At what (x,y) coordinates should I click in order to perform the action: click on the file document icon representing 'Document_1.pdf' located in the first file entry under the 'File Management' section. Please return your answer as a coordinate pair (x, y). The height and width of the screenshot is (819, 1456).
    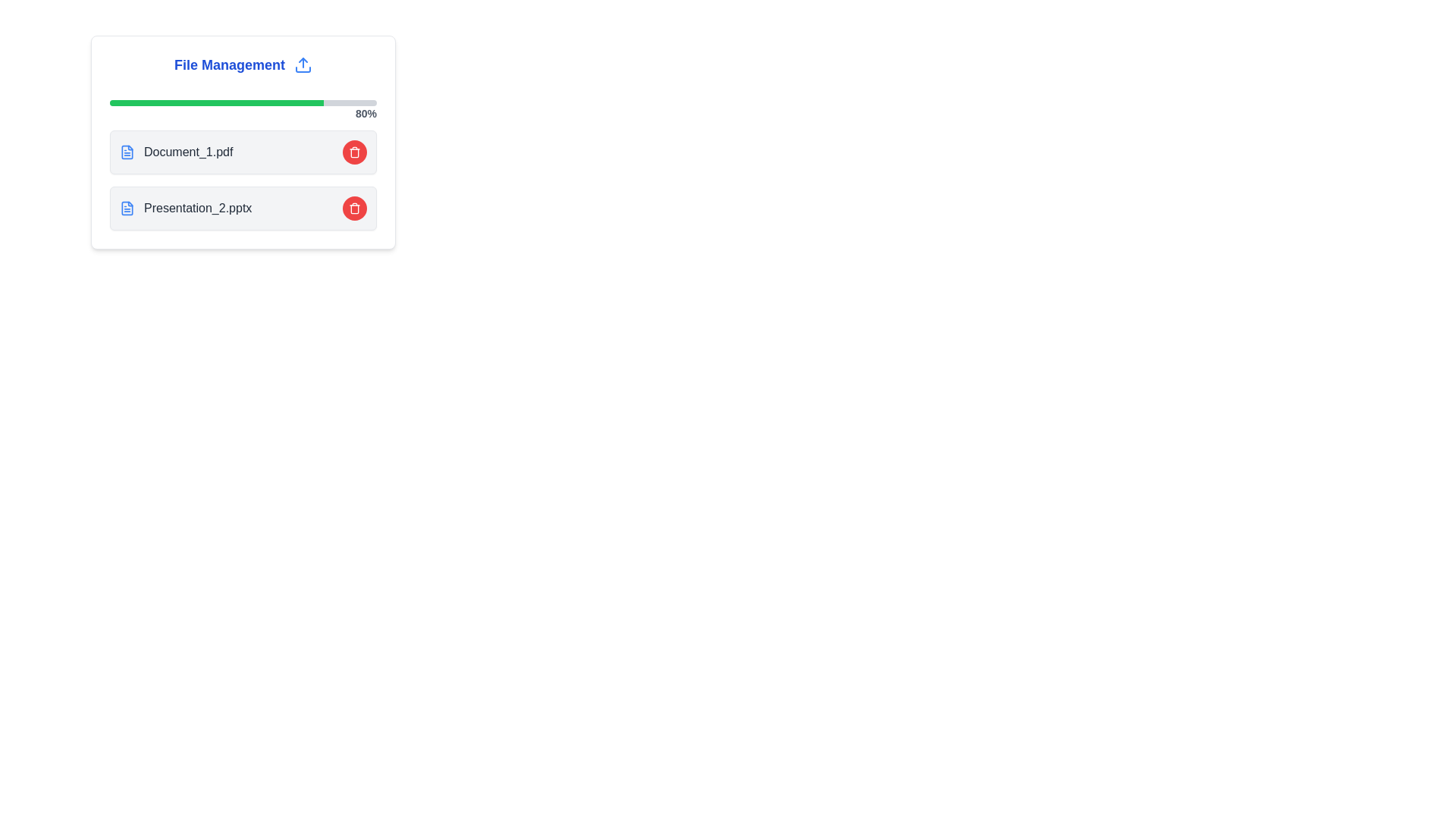
    Looking at the image, I should click on (127, 152).